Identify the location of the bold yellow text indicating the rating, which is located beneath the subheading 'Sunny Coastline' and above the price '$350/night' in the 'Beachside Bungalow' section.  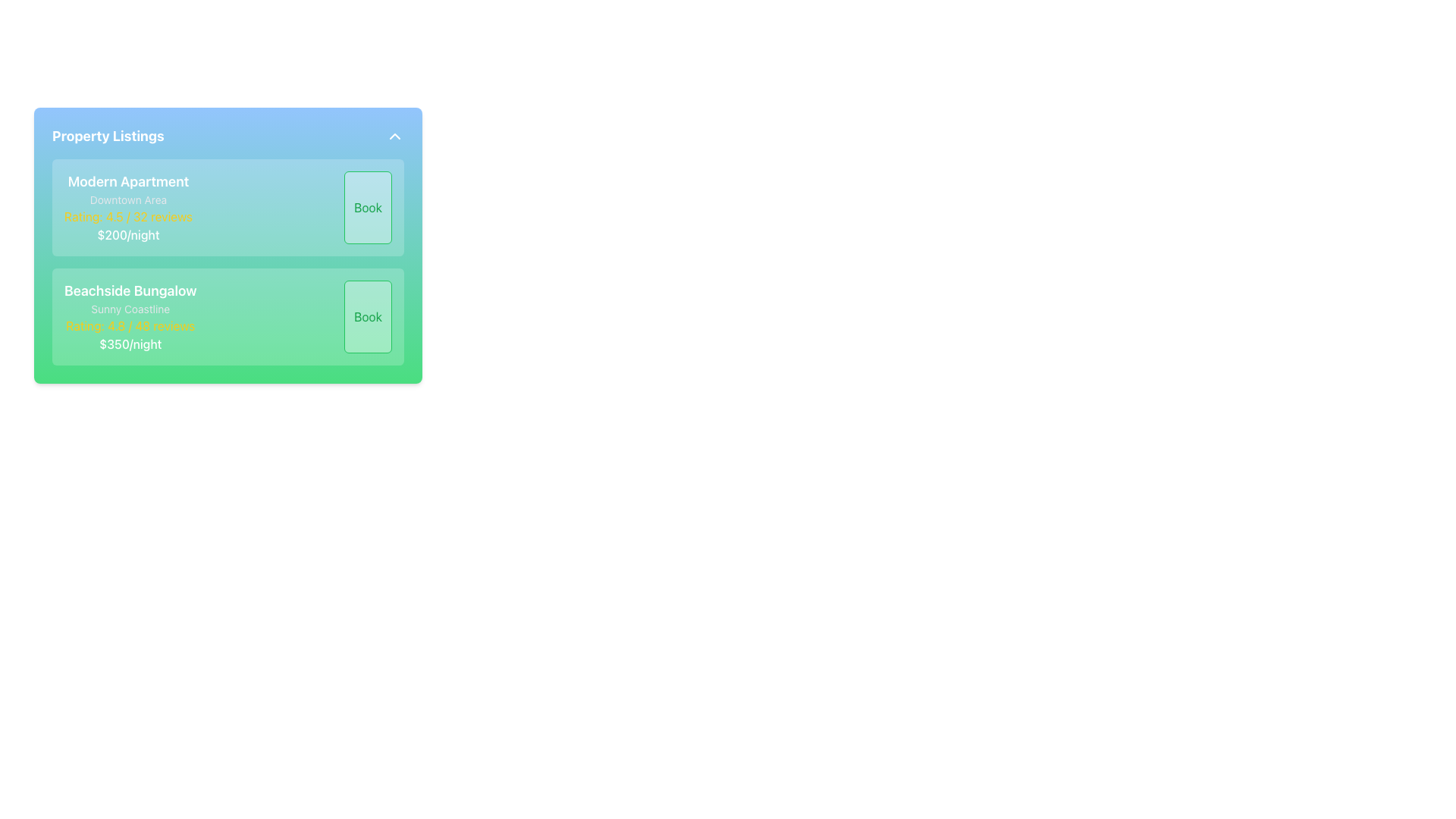
(130, 325).